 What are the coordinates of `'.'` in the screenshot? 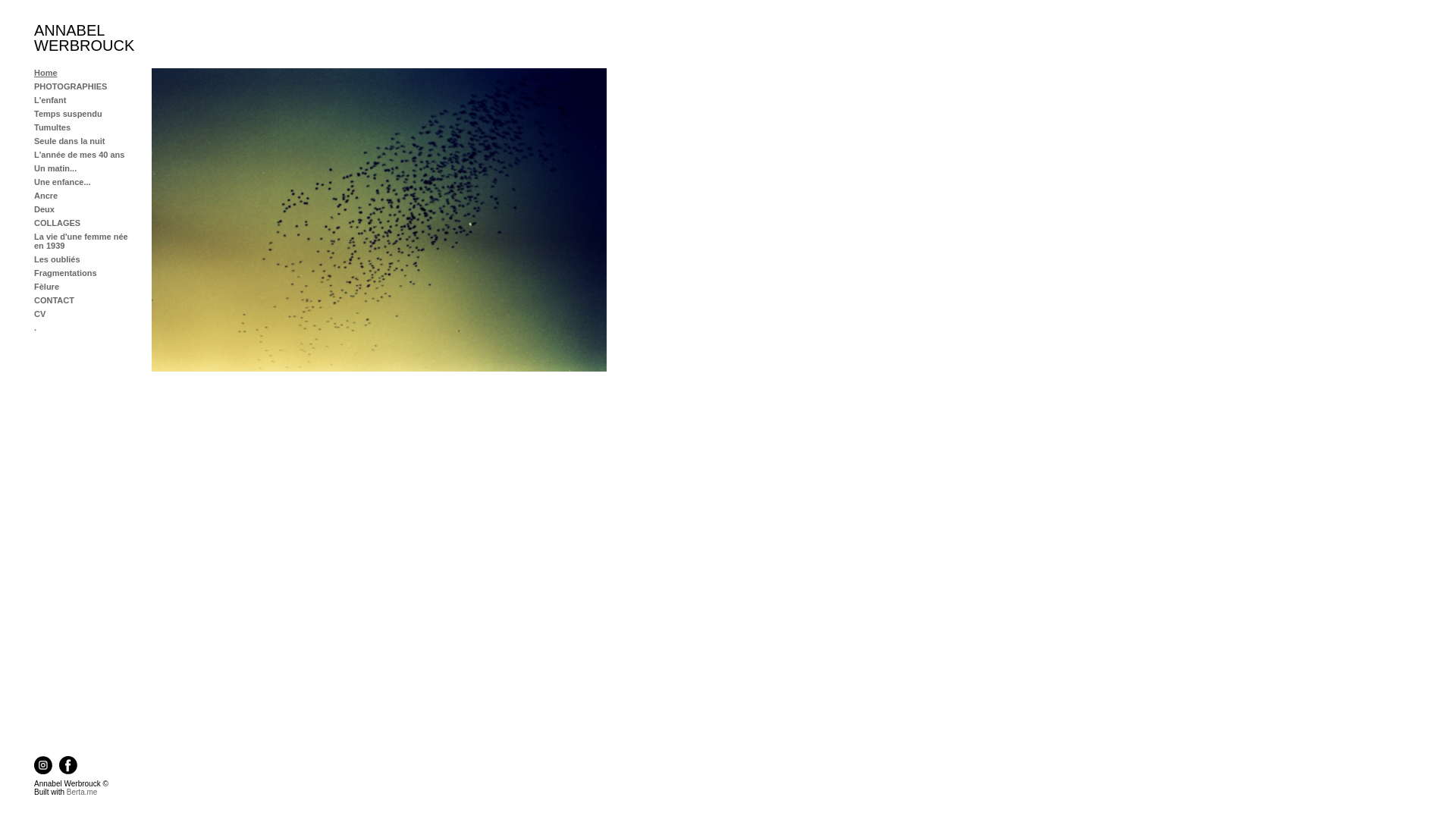 It's located at (35, 327).